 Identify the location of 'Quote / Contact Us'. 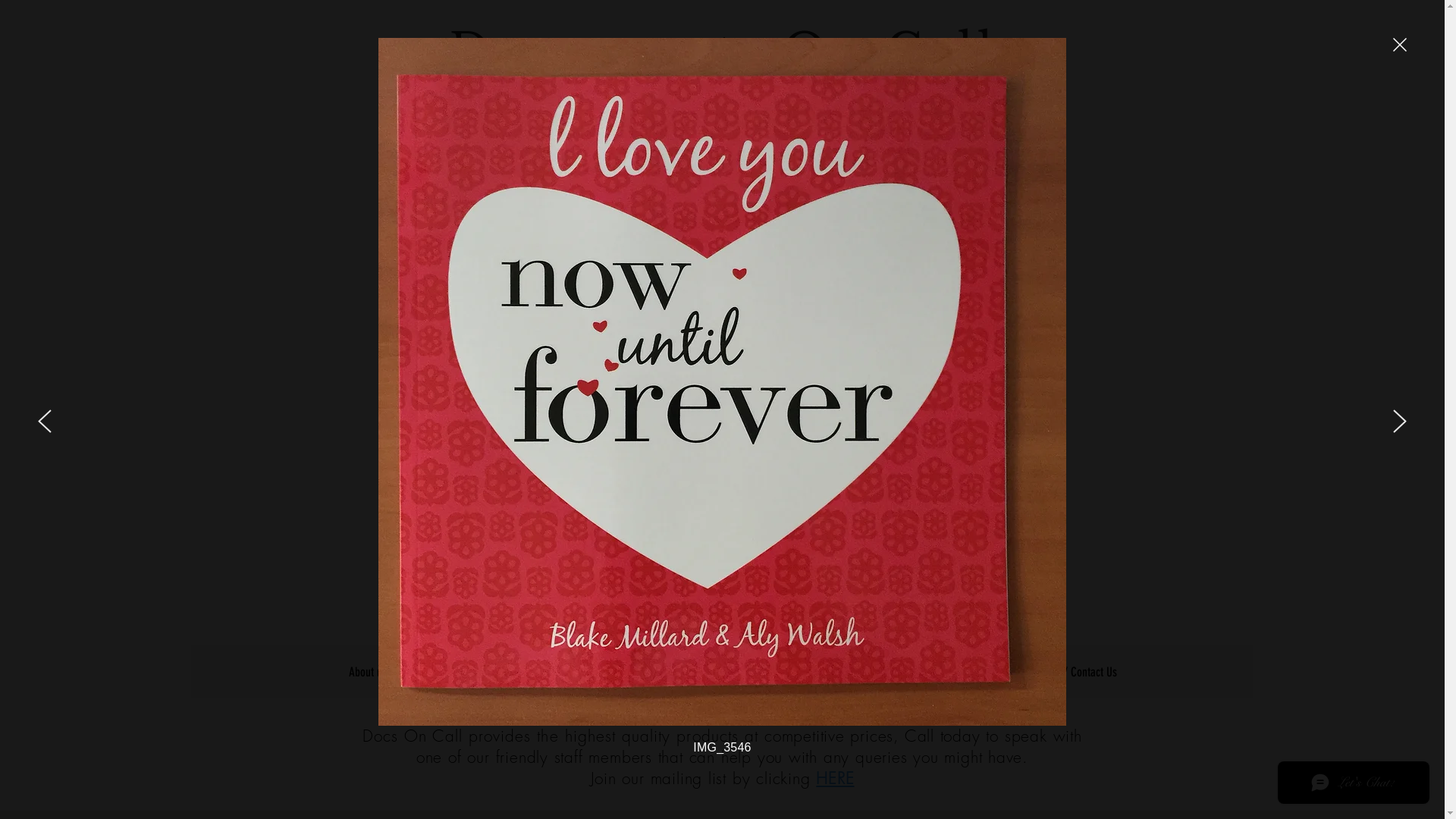
(1075, 670).